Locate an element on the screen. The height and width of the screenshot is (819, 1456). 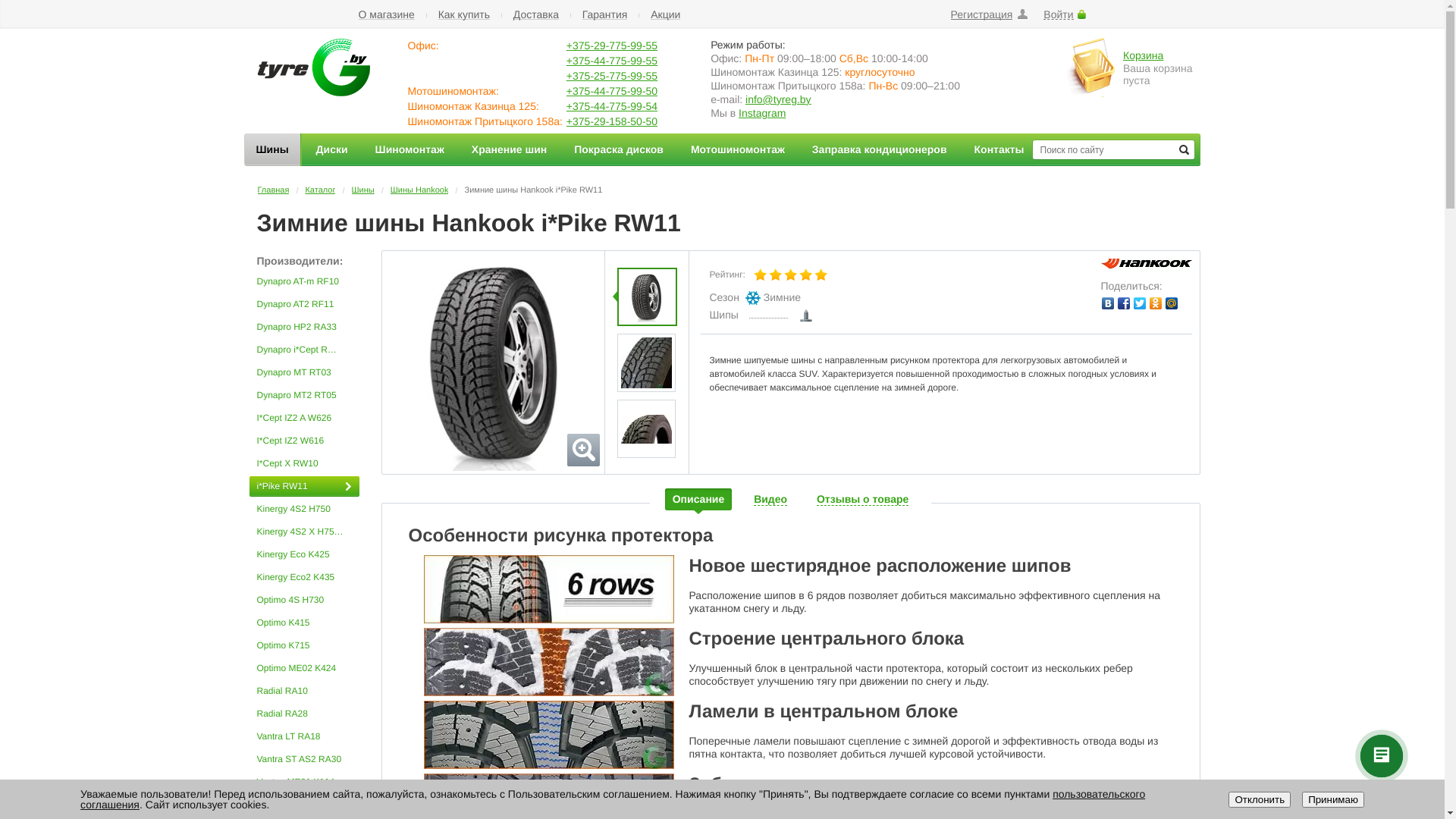
'Dynapro AT-m RF10' is located at coordinates (303, 281).